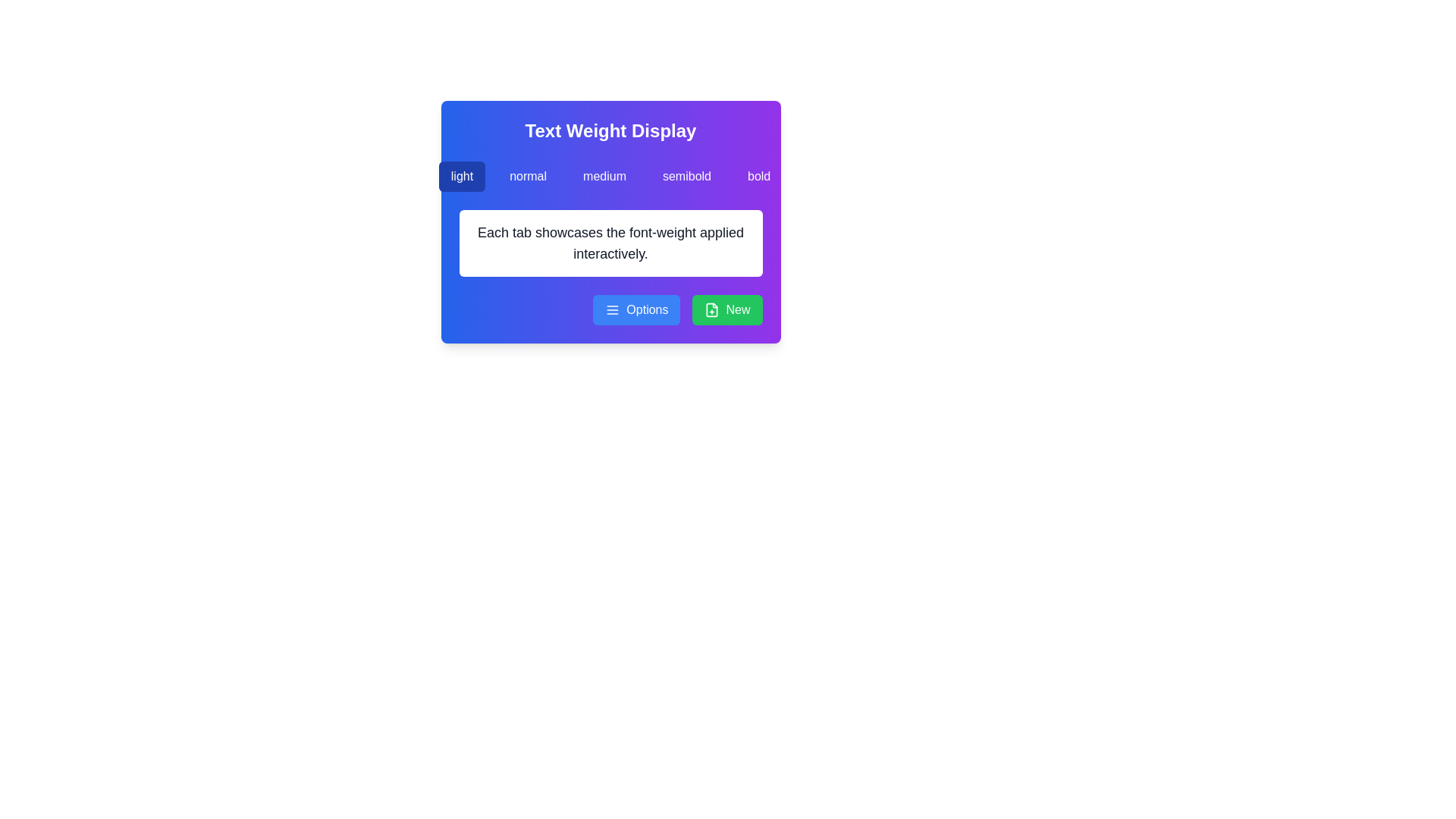  What do you see at coordinates (637, 309) in the screenshot?
I see `the blue rounded button labeled 'Options' located at the bottom right of the card-like interface` at bounding box center [637, 309].